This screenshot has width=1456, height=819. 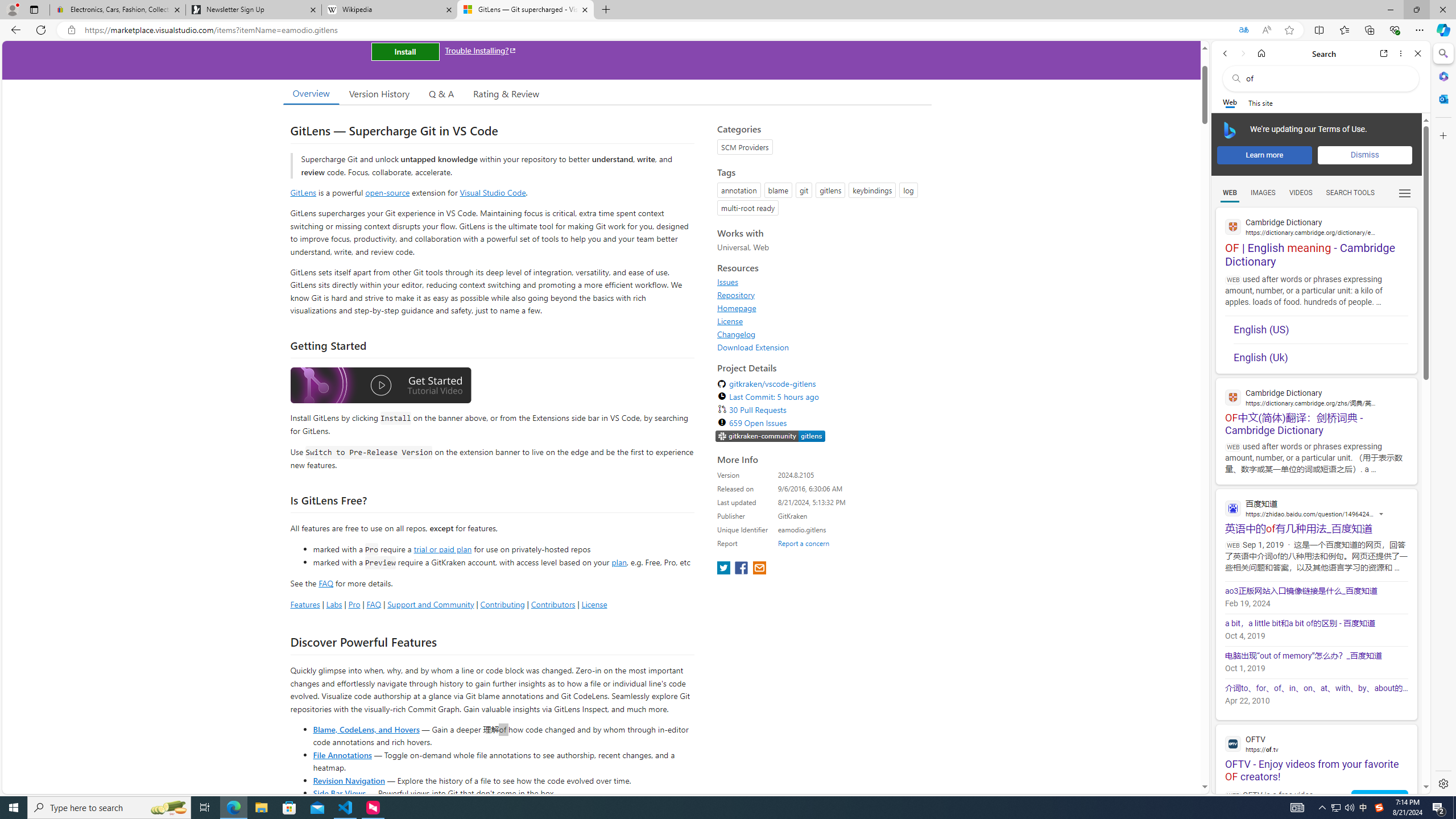 What do you see at coordinates (1319, 357) in the screenshot?
I see `'English (Uk)'` at bounding box center [1319, 357].